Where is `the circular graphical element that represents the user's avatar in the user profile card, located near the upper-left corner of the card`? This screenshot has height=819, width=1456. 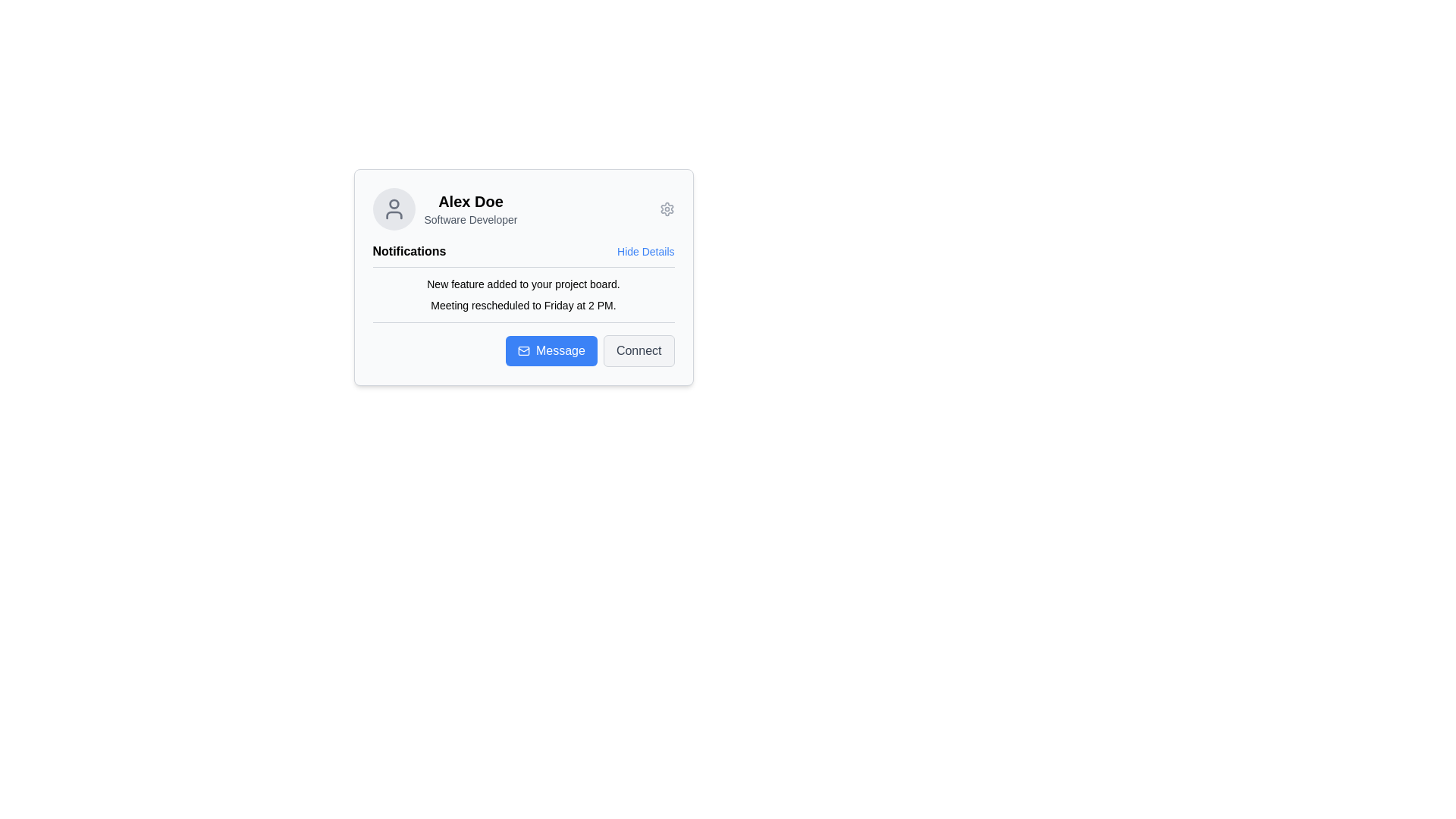
the circular graphical element that represents the user's avatar in the user profile card, located near the upper-left corner of the card is located at coordinates (394, 203).